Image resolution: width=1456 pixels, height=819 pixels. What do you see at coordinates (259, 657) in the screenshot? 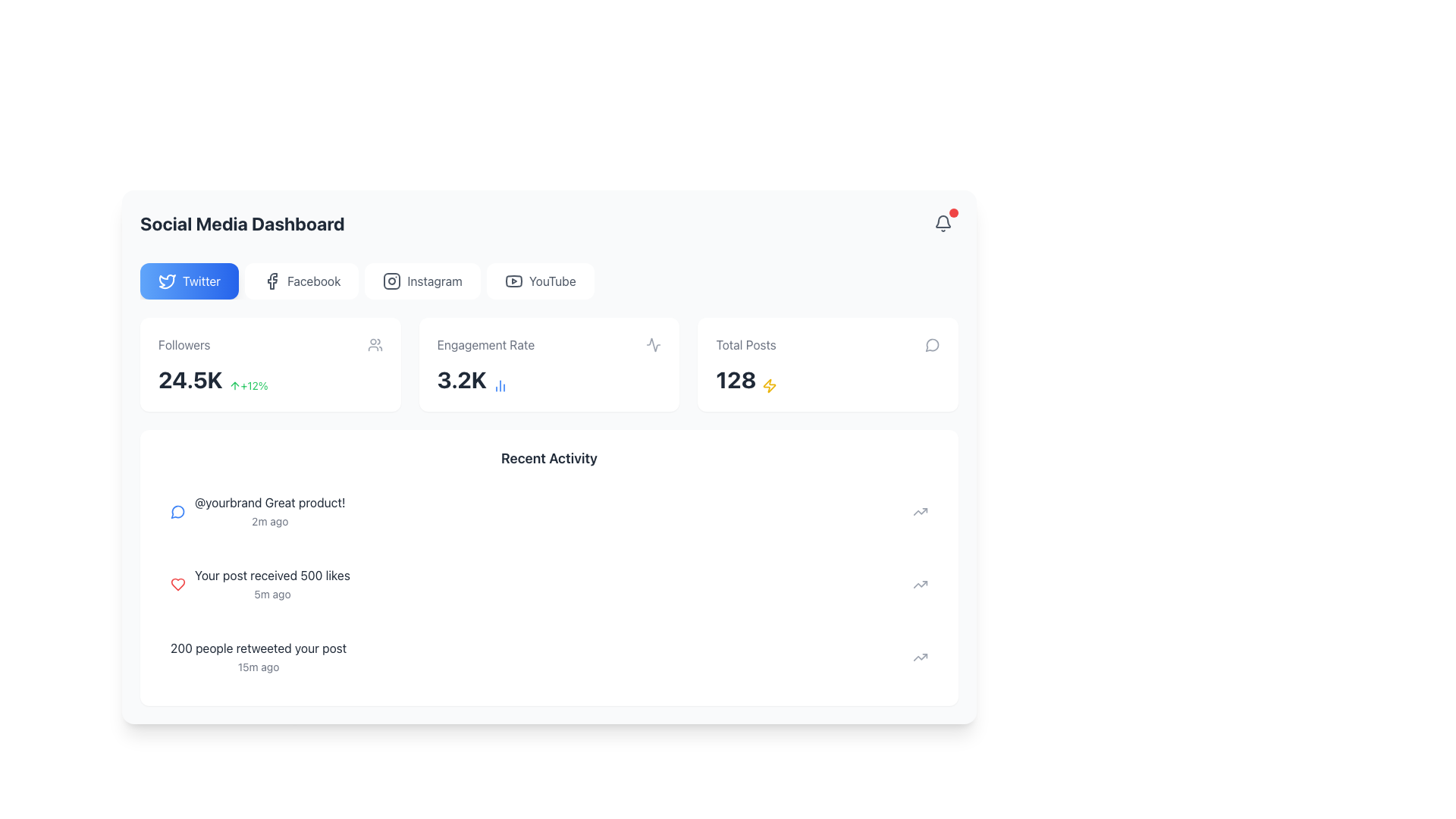
I see `the Text element displaying the timestamp for the recent activity indicating 200 retweets, located in the 'Recent Activity' section as the third item from the top` at bounding box center [259, 657].